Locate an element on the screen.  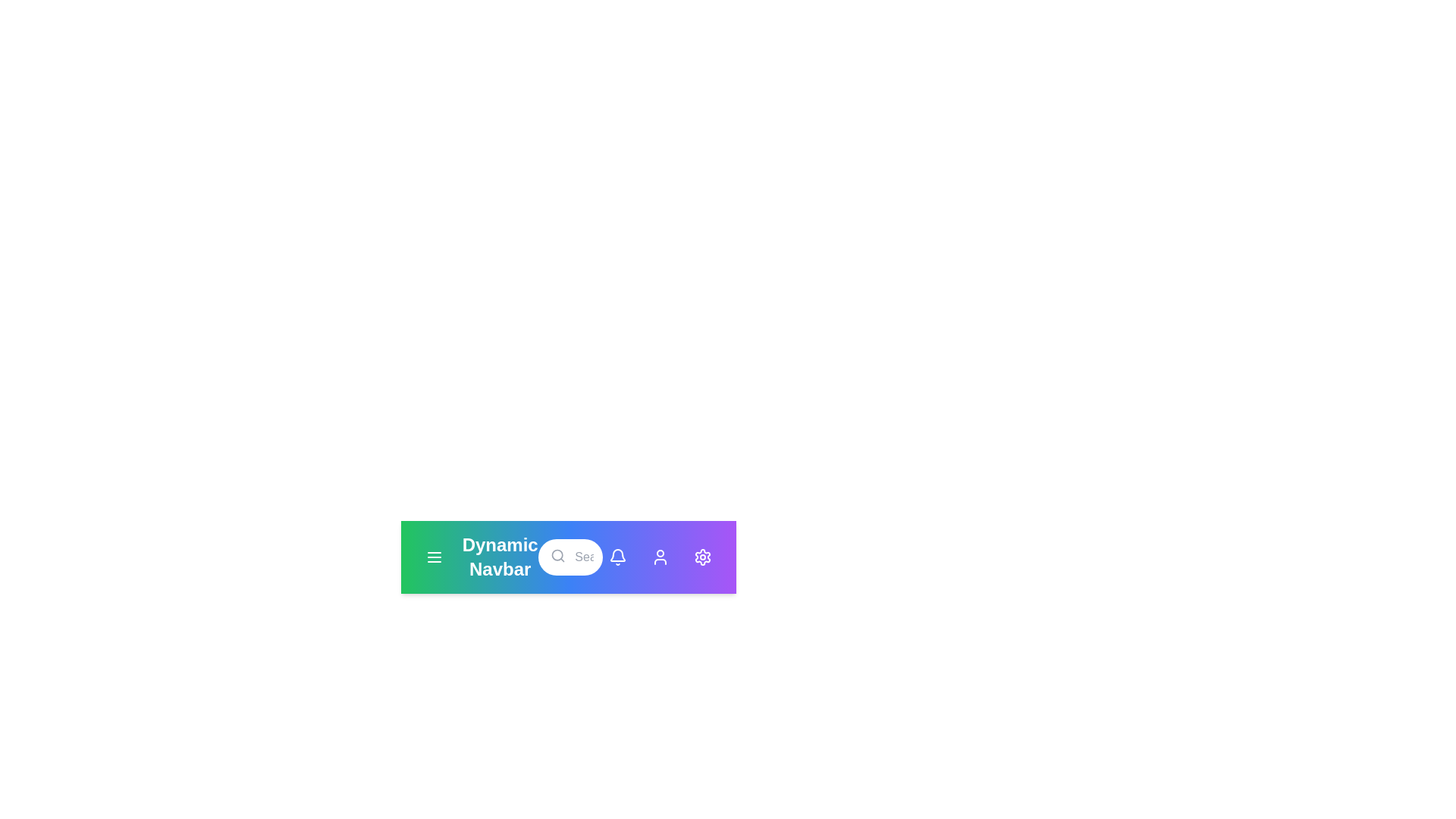
the user options button corresponding to profile is located at coordinates (660, 557).